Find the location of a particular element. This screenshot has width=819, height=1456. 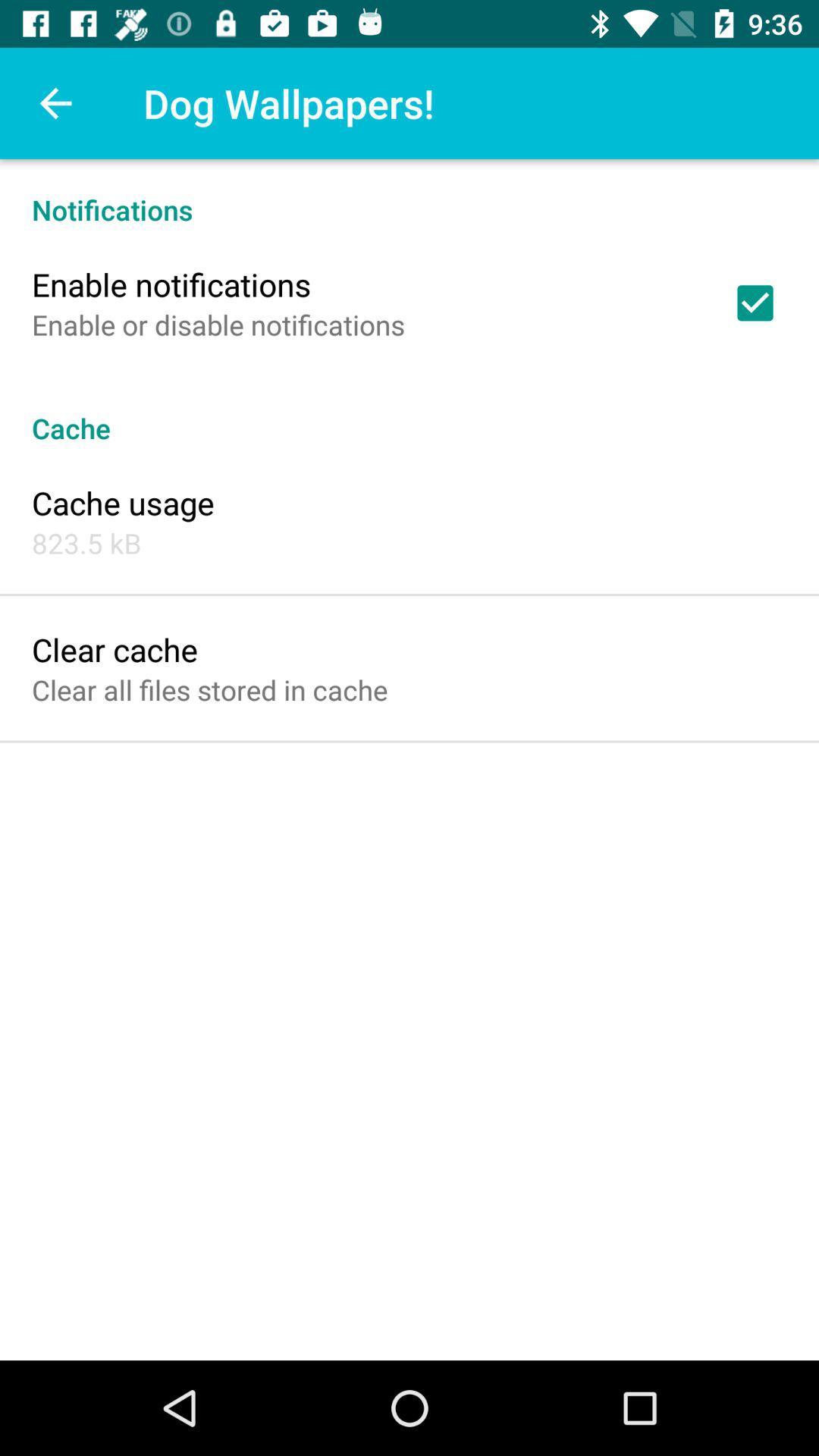

item next to the dog wallpapers! is located at coordinates (55, 102).